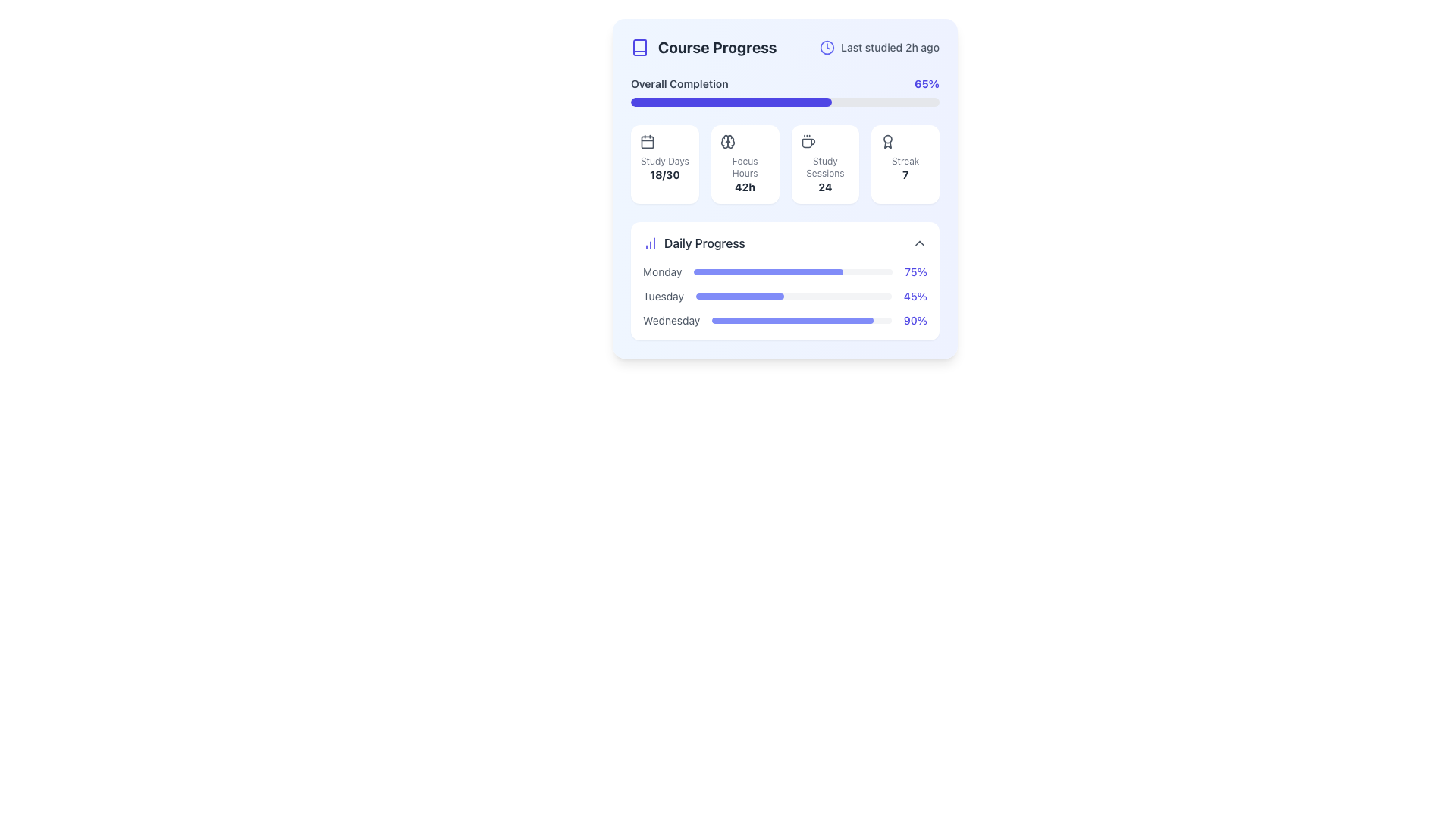  What do you see at coordinates (905, 161) in the screenshot?
I see `the text label displaying 'streak' in lowercase, styled in gray and positioned within a card labeled with the number '7', located near the top right of the main interface` at bounding box center [905, 161].